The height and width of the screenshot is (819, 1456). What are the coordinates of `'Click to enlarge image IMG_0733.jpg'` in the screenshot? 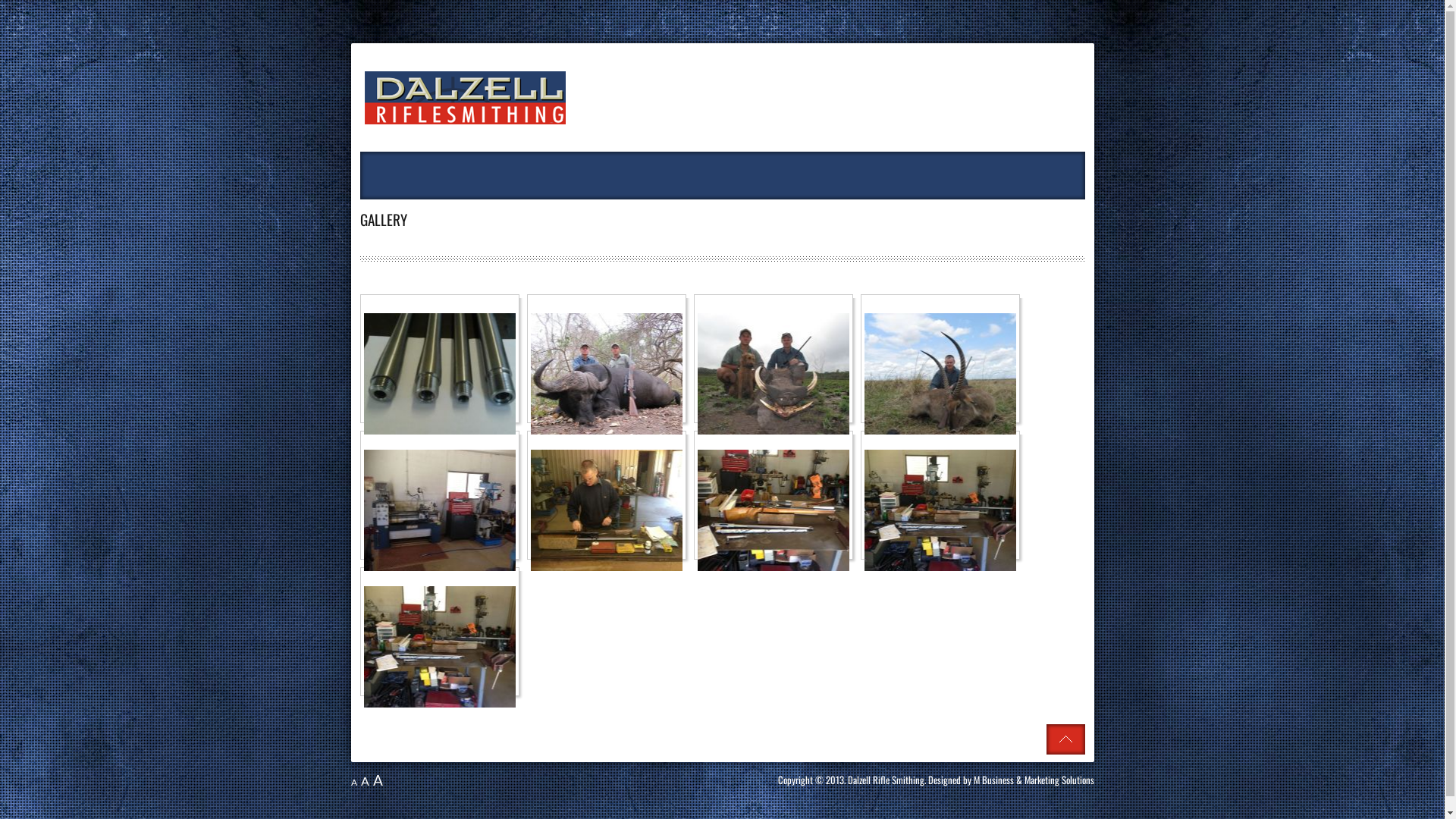 It's located at (773, 374).